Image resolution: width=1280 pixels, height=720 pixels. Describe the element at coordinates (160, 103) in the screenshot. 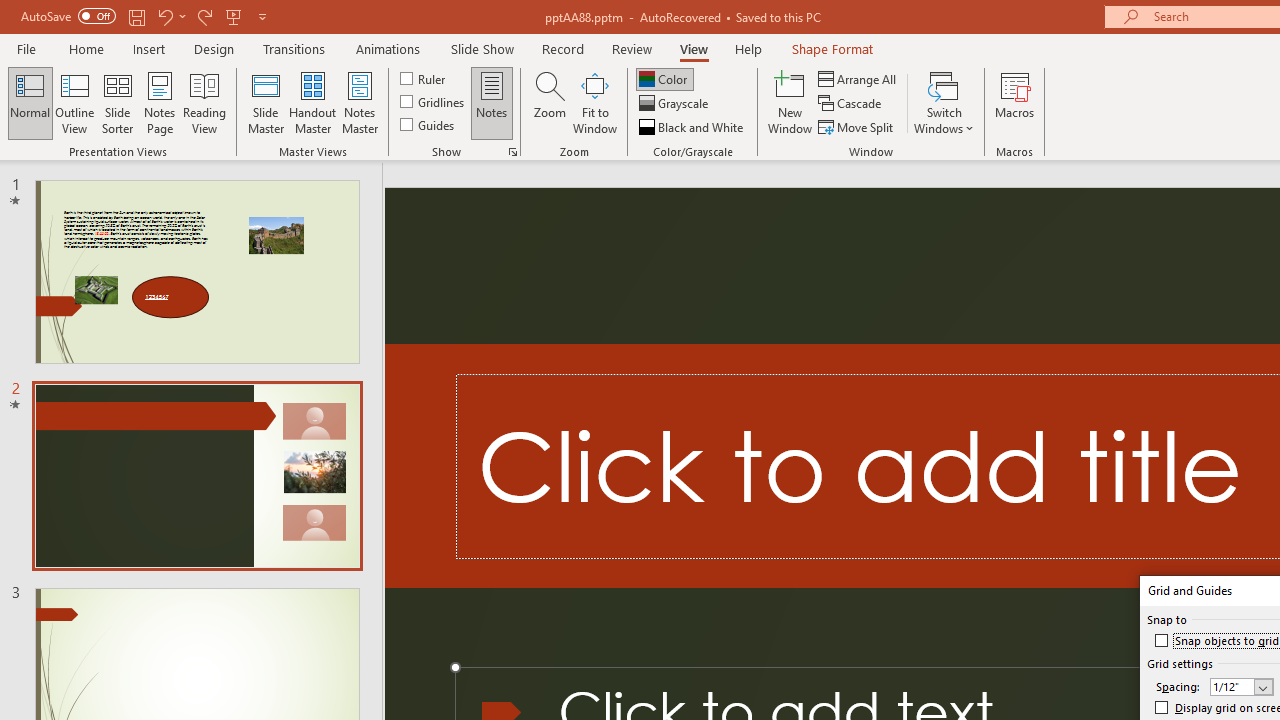

I see `'Notes Page'` at that location.